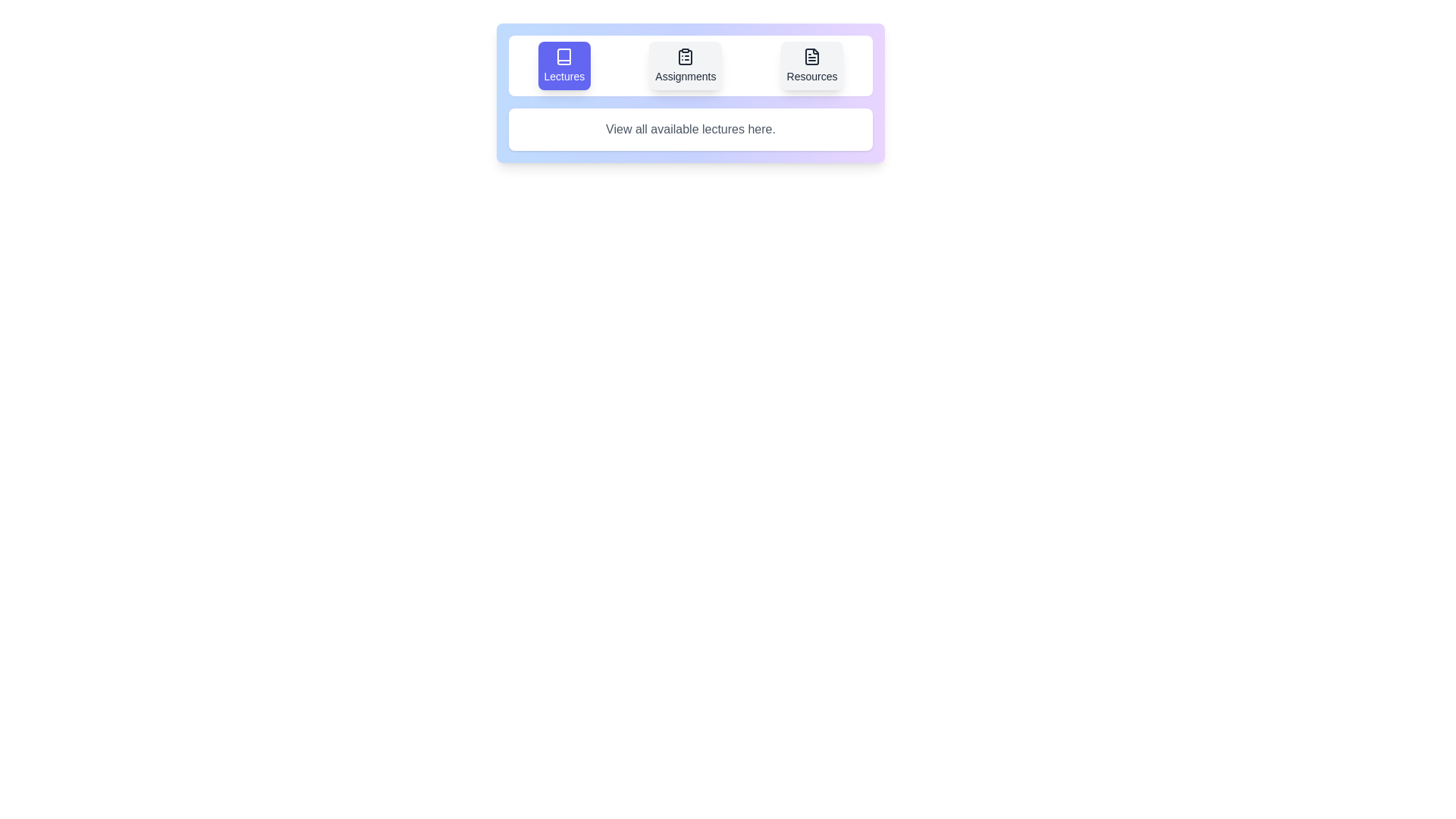 Image resolution: width=1456 pixels, height=819 pixels. I want to click on the icon of the Resources tab, so click(811, 65).